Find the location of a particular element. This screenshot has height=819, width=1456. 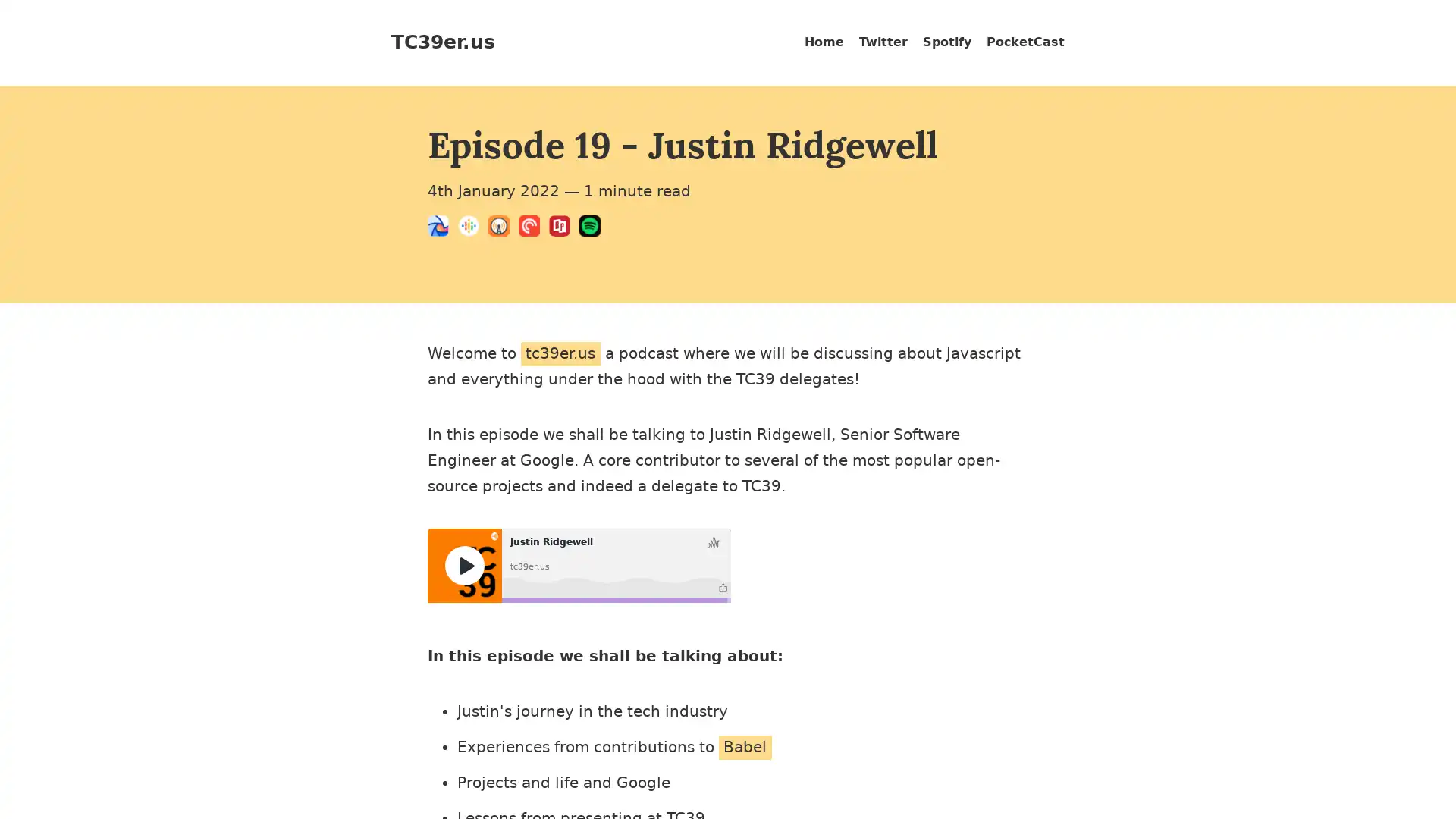

Spotify Logo is located at coordinates (593, 228).